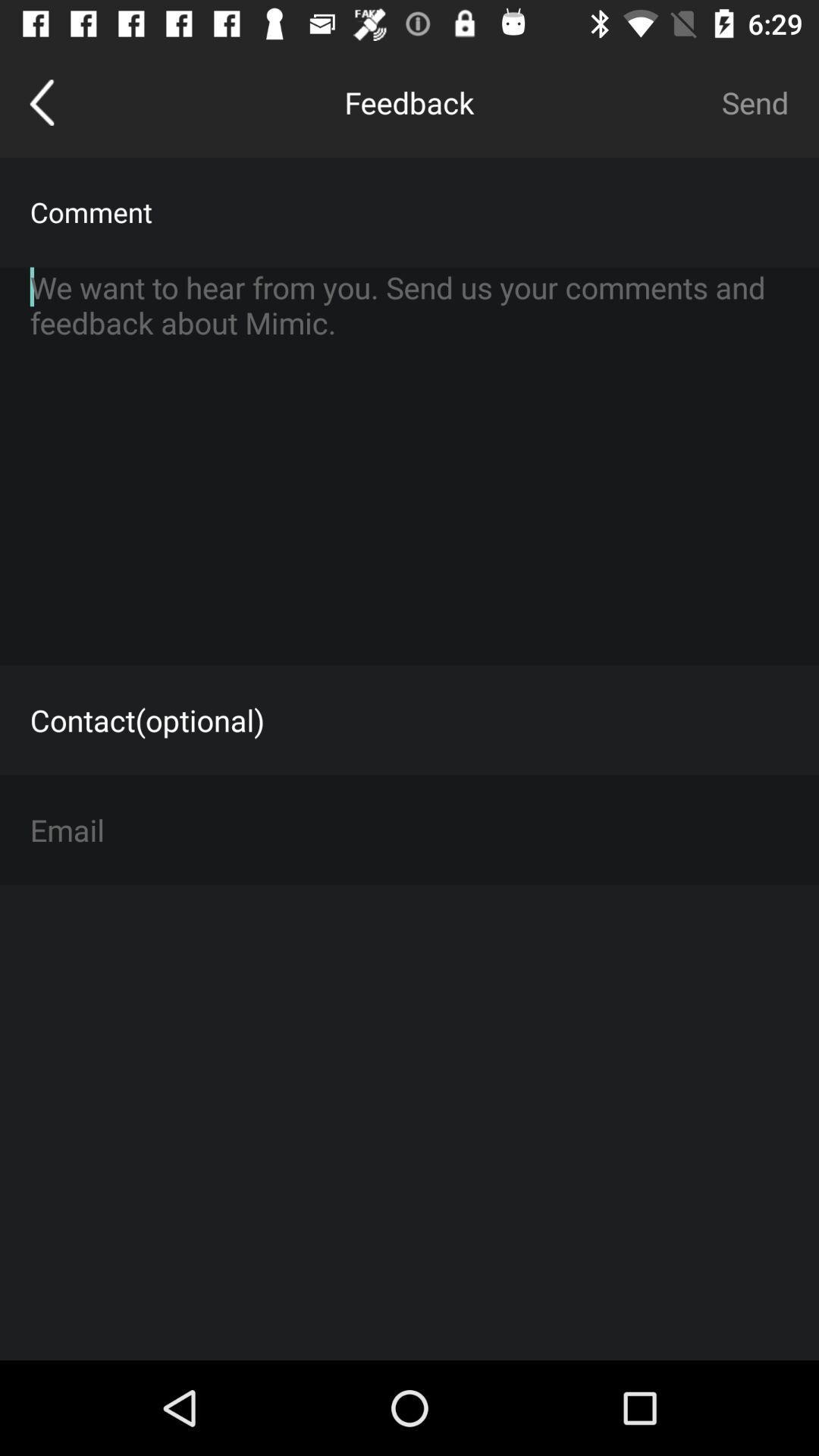 This screenshot has width=819, height=1456. Describe the element at coordinates (41, 102) in the screenshot. I see `item above the comment` at that location.